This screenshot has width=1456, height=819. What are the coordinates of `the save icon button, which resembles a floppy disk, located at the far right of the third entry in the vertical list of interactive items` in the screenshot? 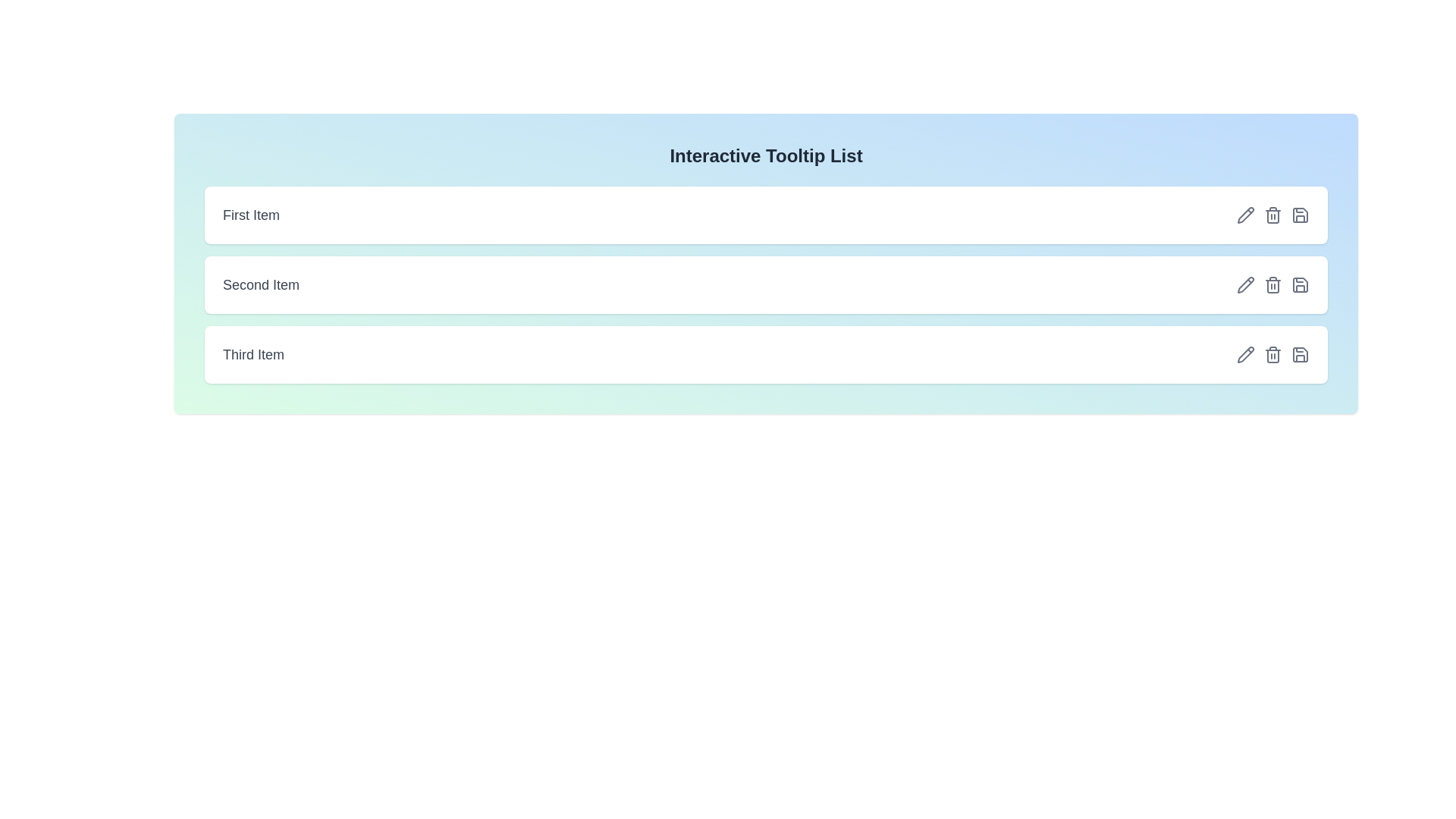 It's located at (1299, 215).